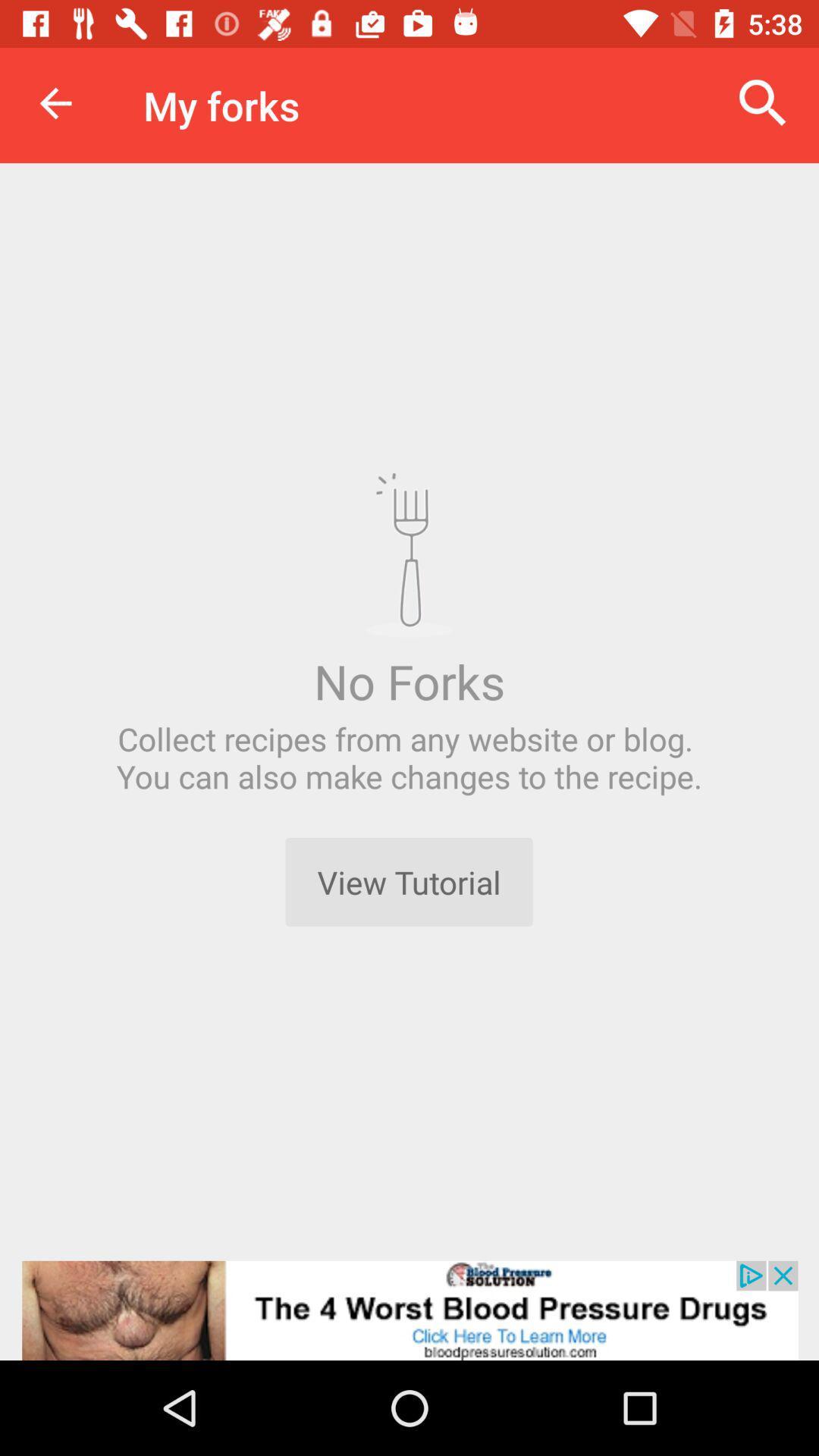 The width and height of the screenshot is (819, 1456). I want to click on open advertisement page, so click(409, 1310).